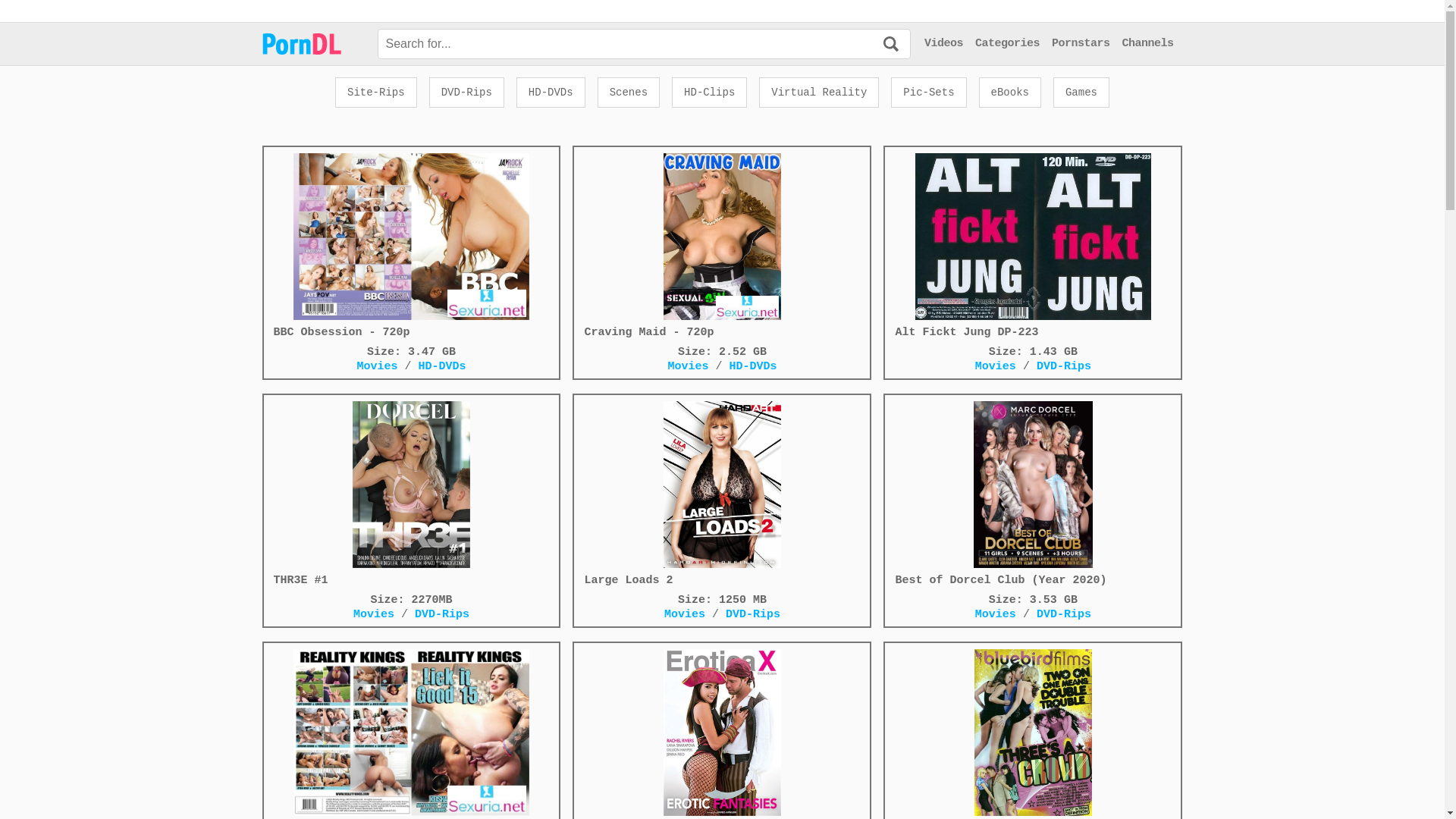  I want to click on 'BBC Obsession - 720p', so click(411, 245).